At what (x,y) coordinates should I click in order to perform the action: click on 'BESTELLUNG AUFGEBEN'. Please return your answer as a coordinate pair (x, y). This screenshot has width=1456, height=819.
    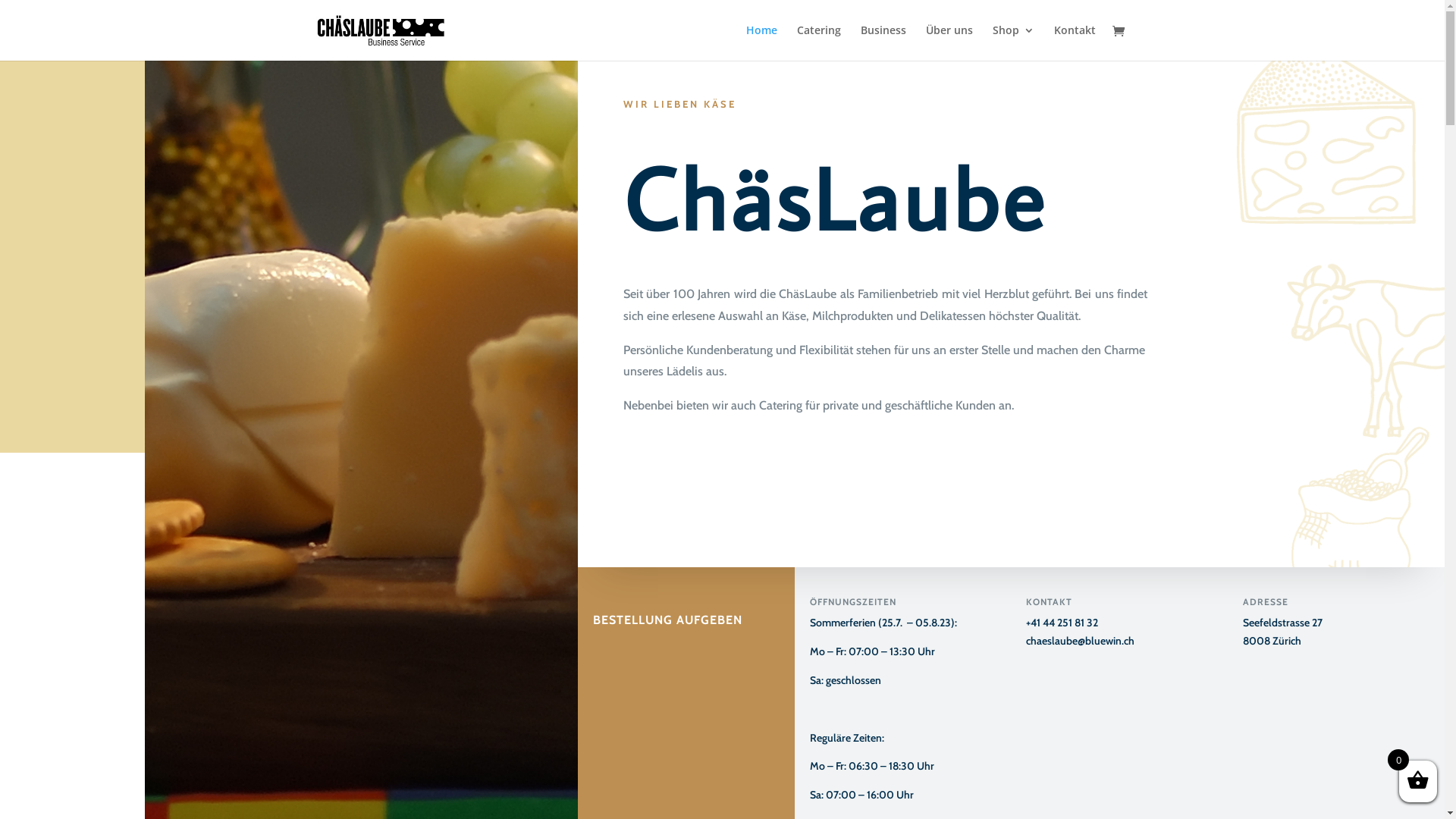
    Looking at the image, I should click on (667, 599).